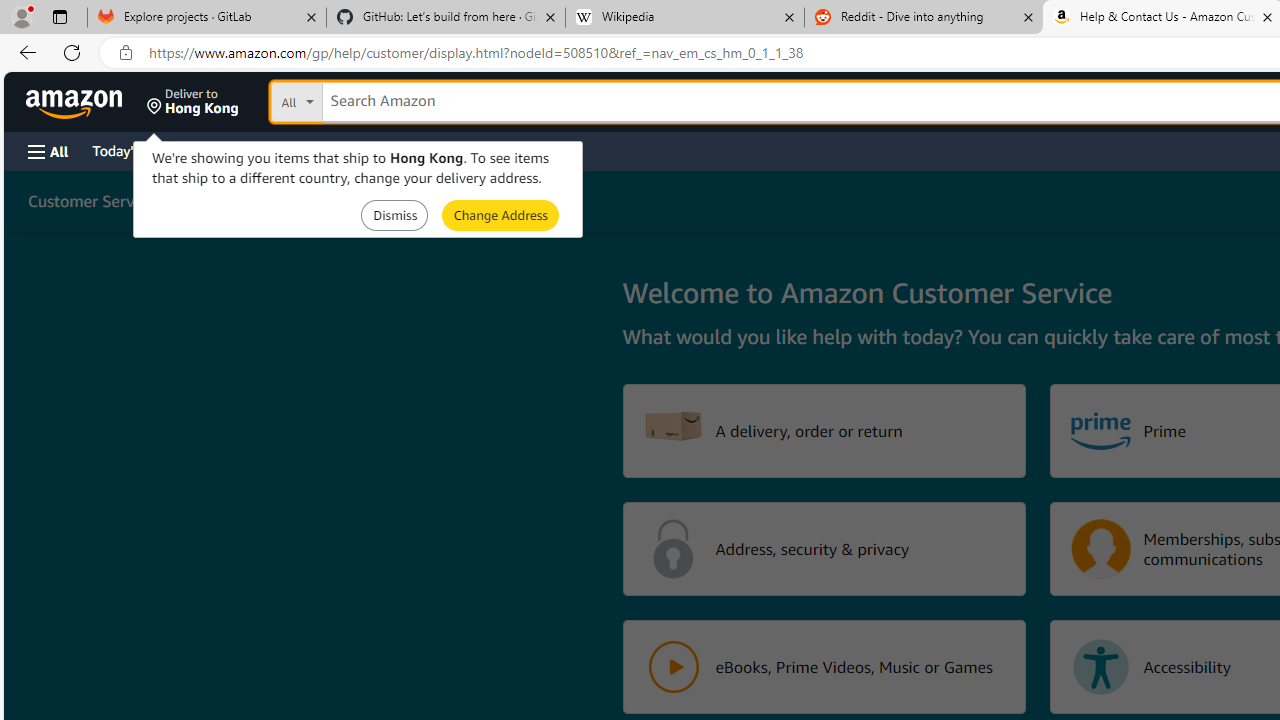  What do you see at coordinates (193, 101) in the screenshot?
I see `'Deliver to Hong Kong'` at bounding box center [193, 101].